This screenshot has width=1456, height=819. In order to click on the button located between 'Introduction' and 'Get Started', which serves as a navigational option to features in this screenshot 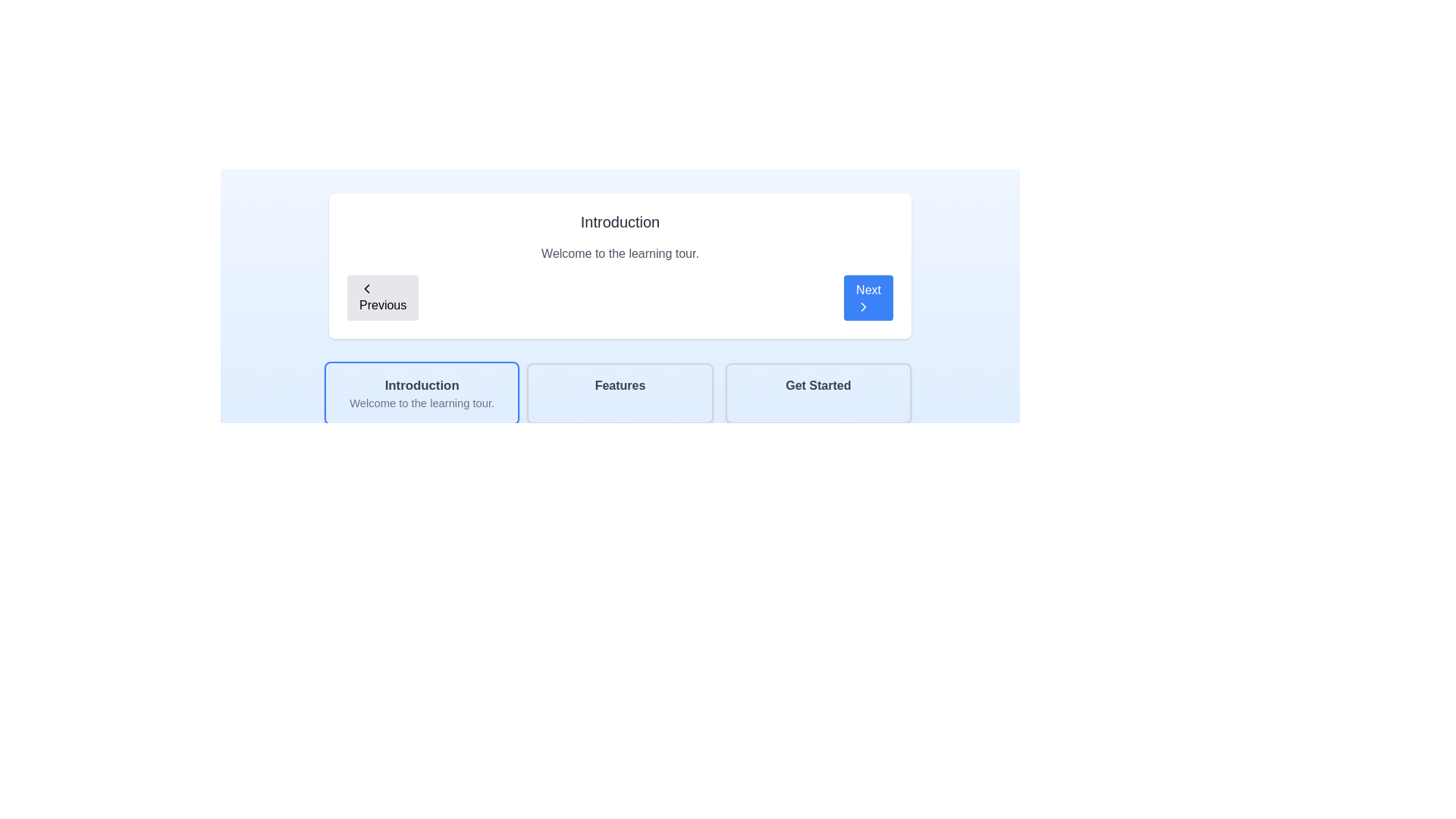, I will do `click(620, 393)`.